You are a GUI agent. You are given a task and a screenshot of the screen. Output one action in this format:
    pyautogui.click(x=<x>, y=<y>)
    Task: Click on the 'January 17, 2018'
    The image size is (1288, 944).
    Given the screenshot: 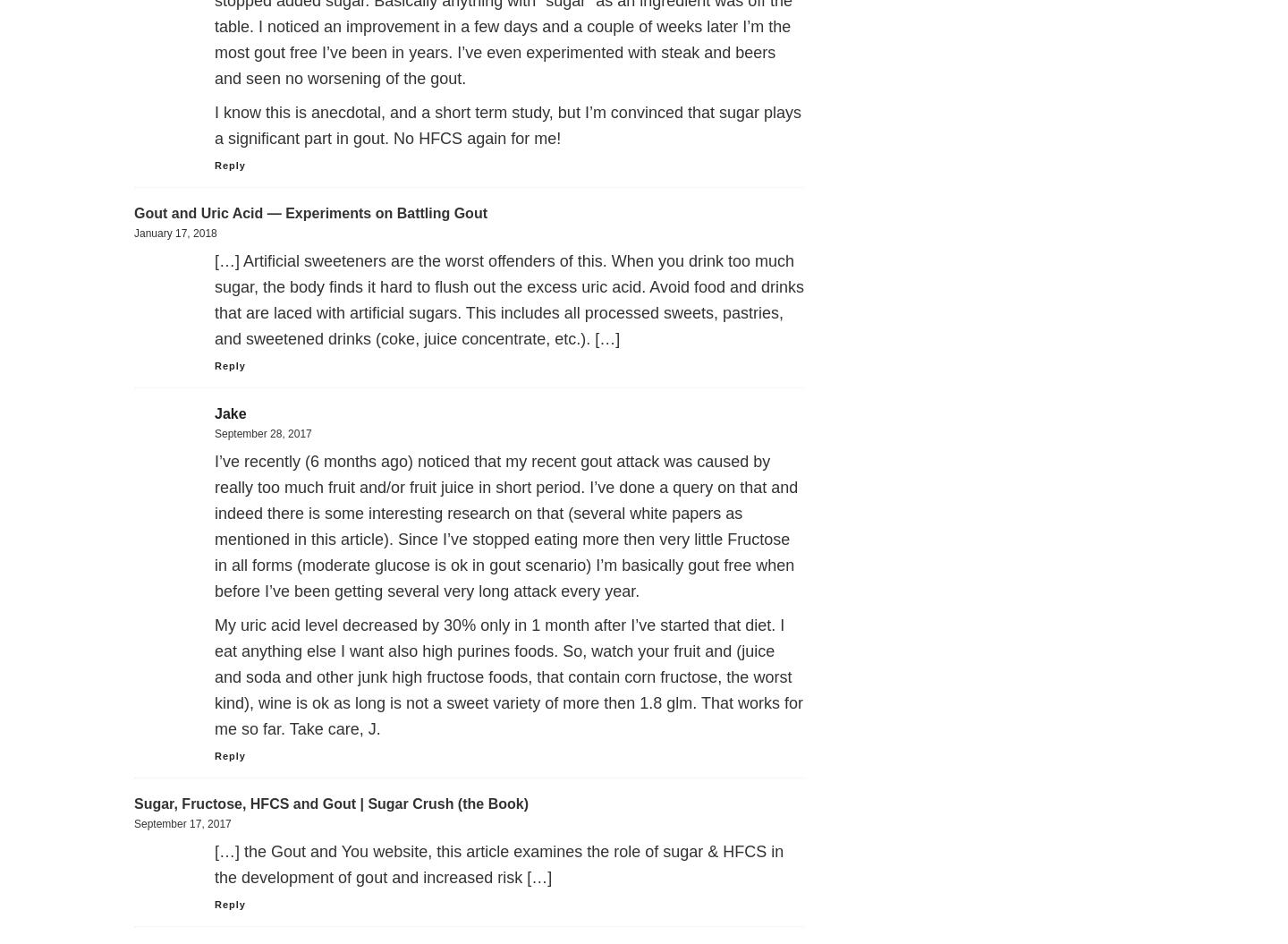 What is the action you would take?
    pyautogui.click(x=174, y=234)
    